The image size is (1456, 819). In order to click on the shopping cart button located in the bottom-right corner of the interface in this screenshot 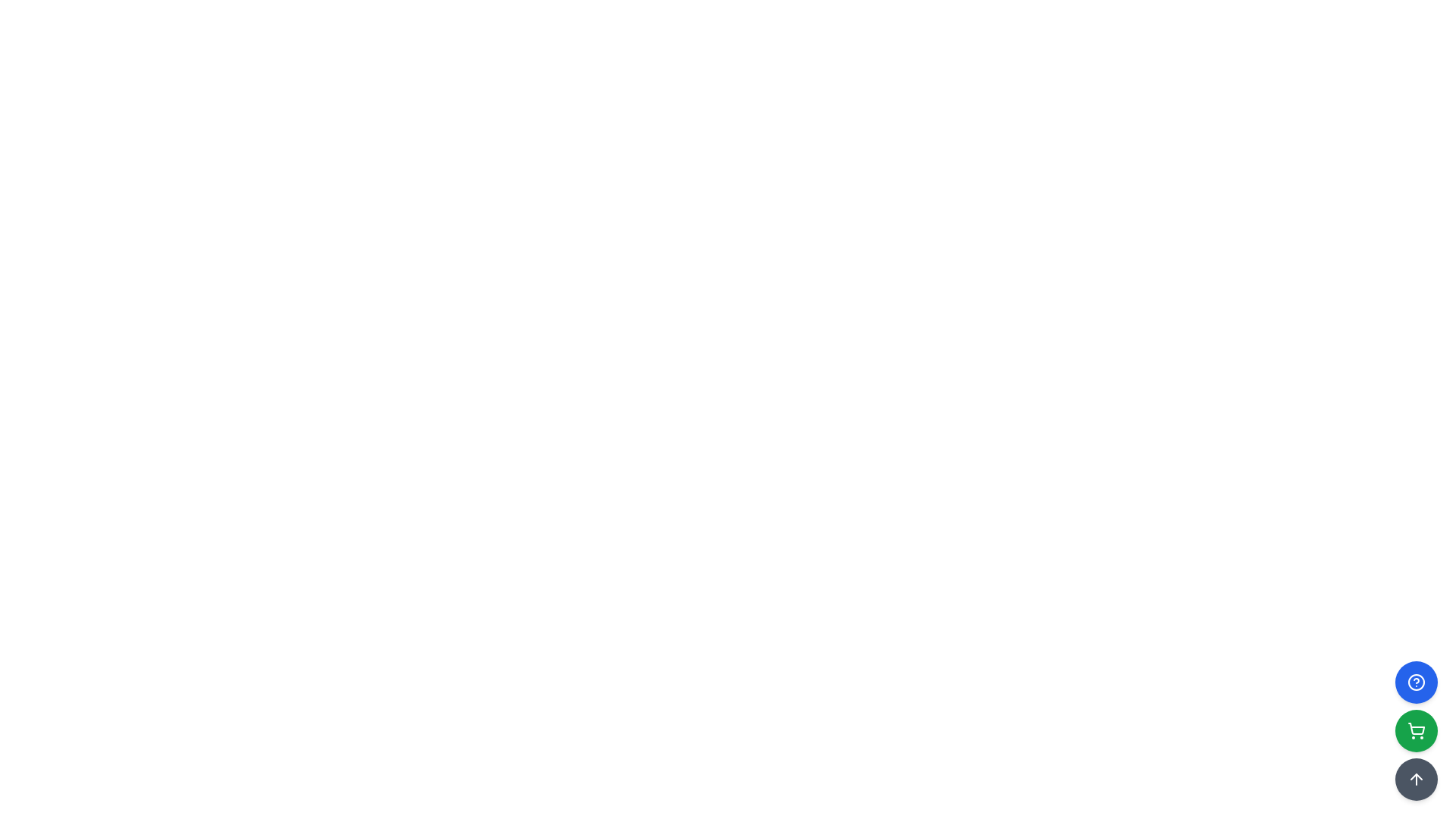, I will do `click(1415, 730)`.